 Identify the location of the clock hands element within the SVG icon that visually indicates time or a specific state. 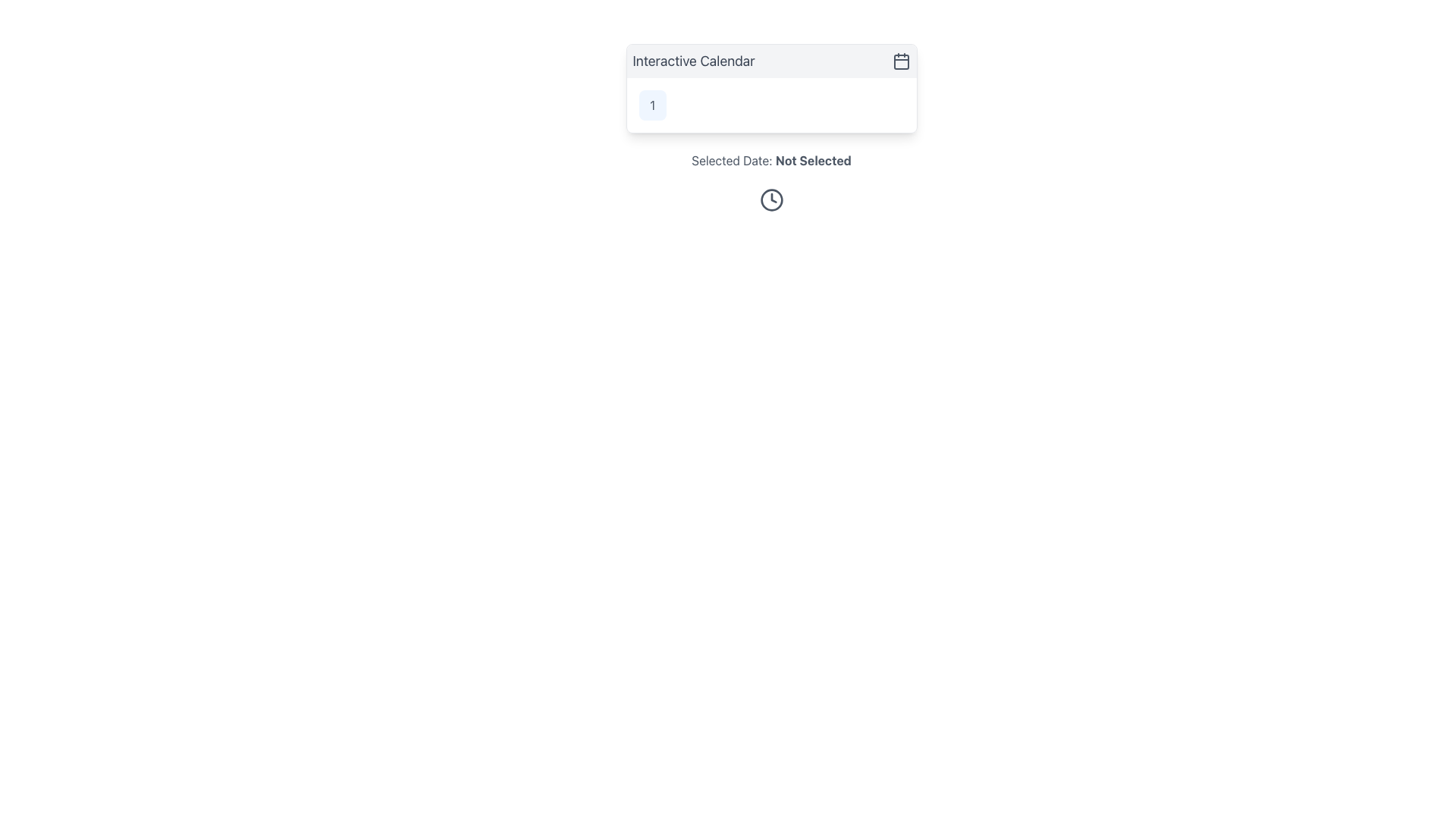
(773, 197).